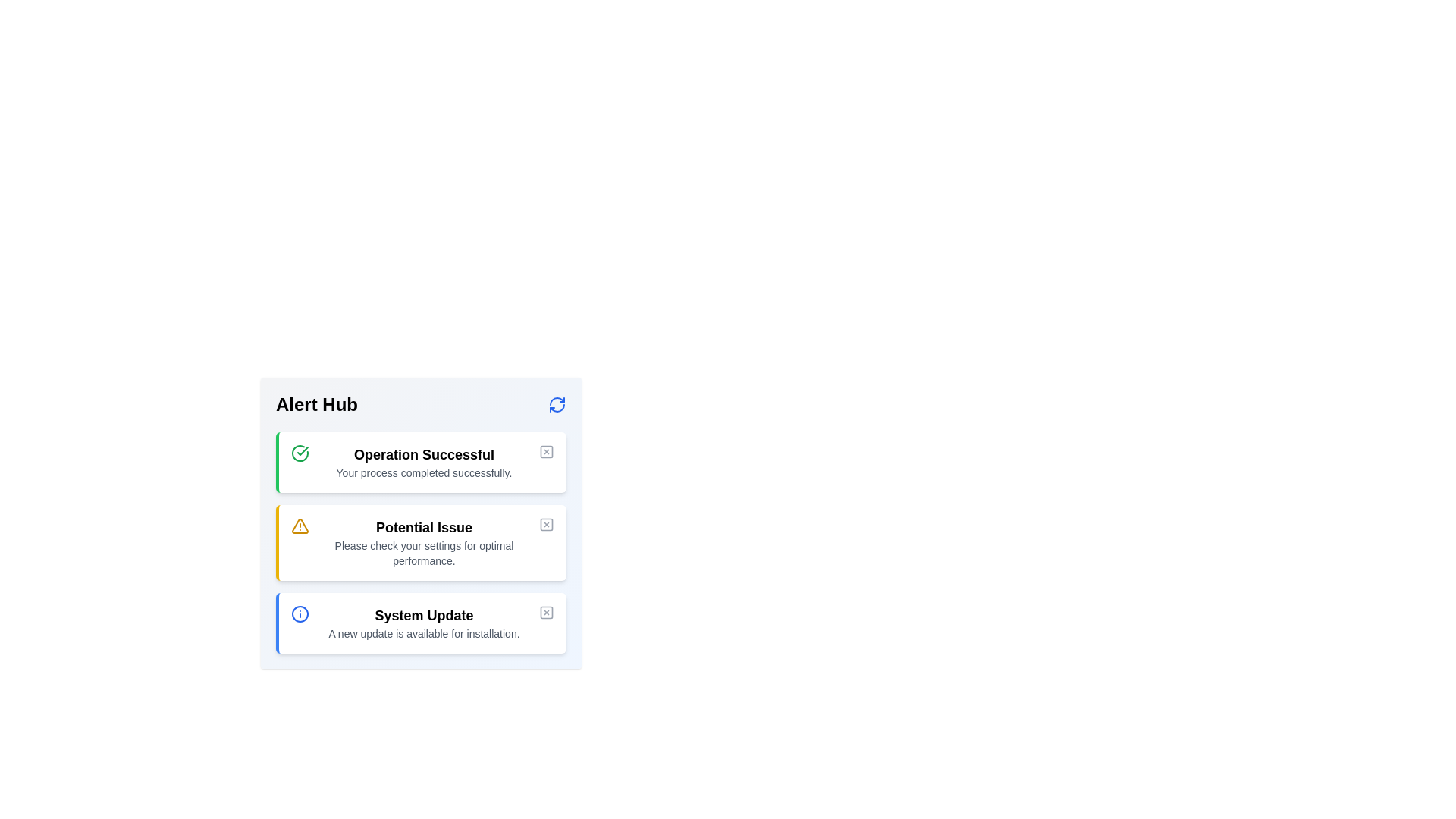 The image size is (1456, 819). I want to click on the circular SVG element located in the top-right corner of the card layout by clicking on it, so click(300, 614).